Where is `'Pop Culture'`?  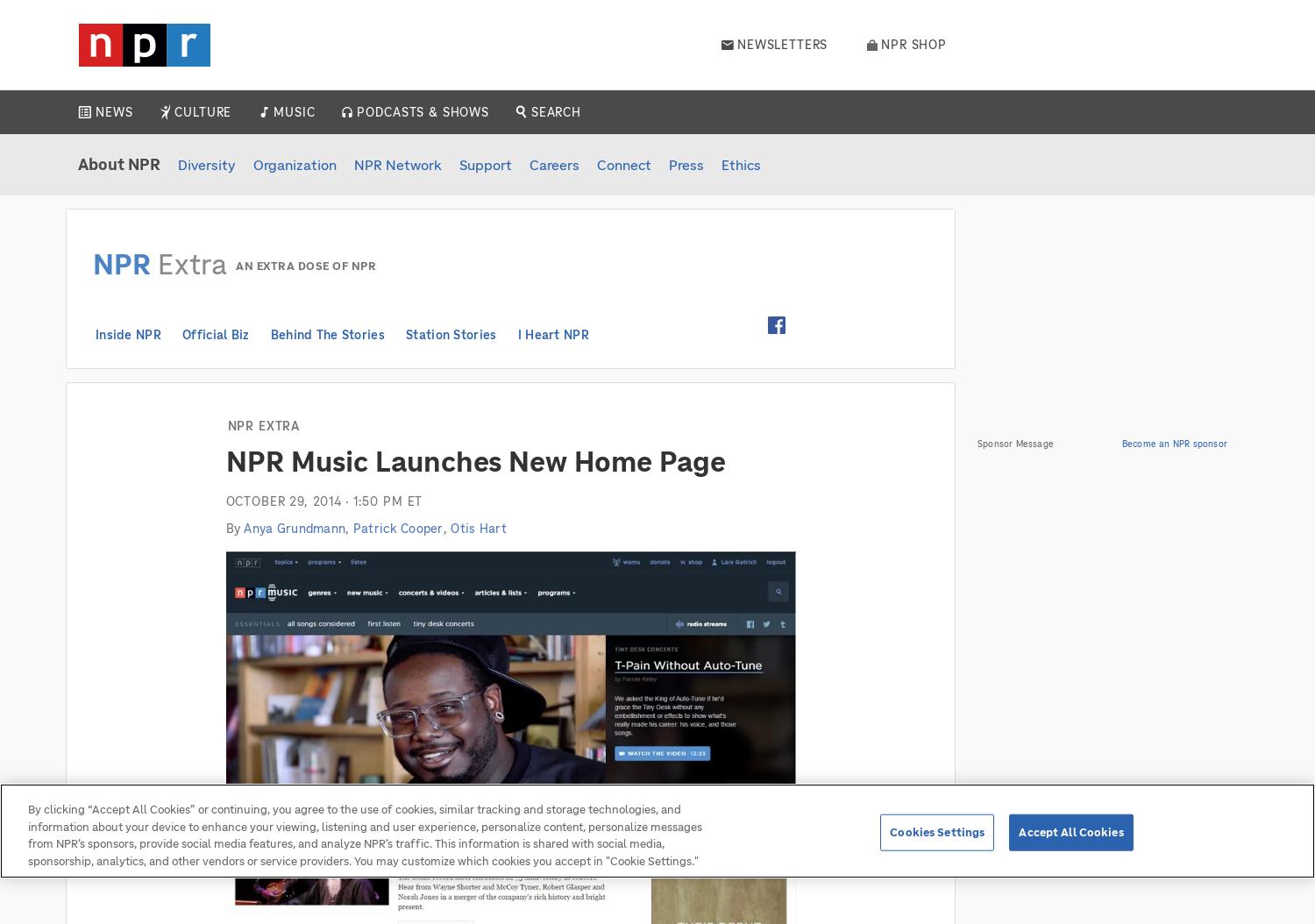 'Pop Culture' is located at coordinates (337, 208).